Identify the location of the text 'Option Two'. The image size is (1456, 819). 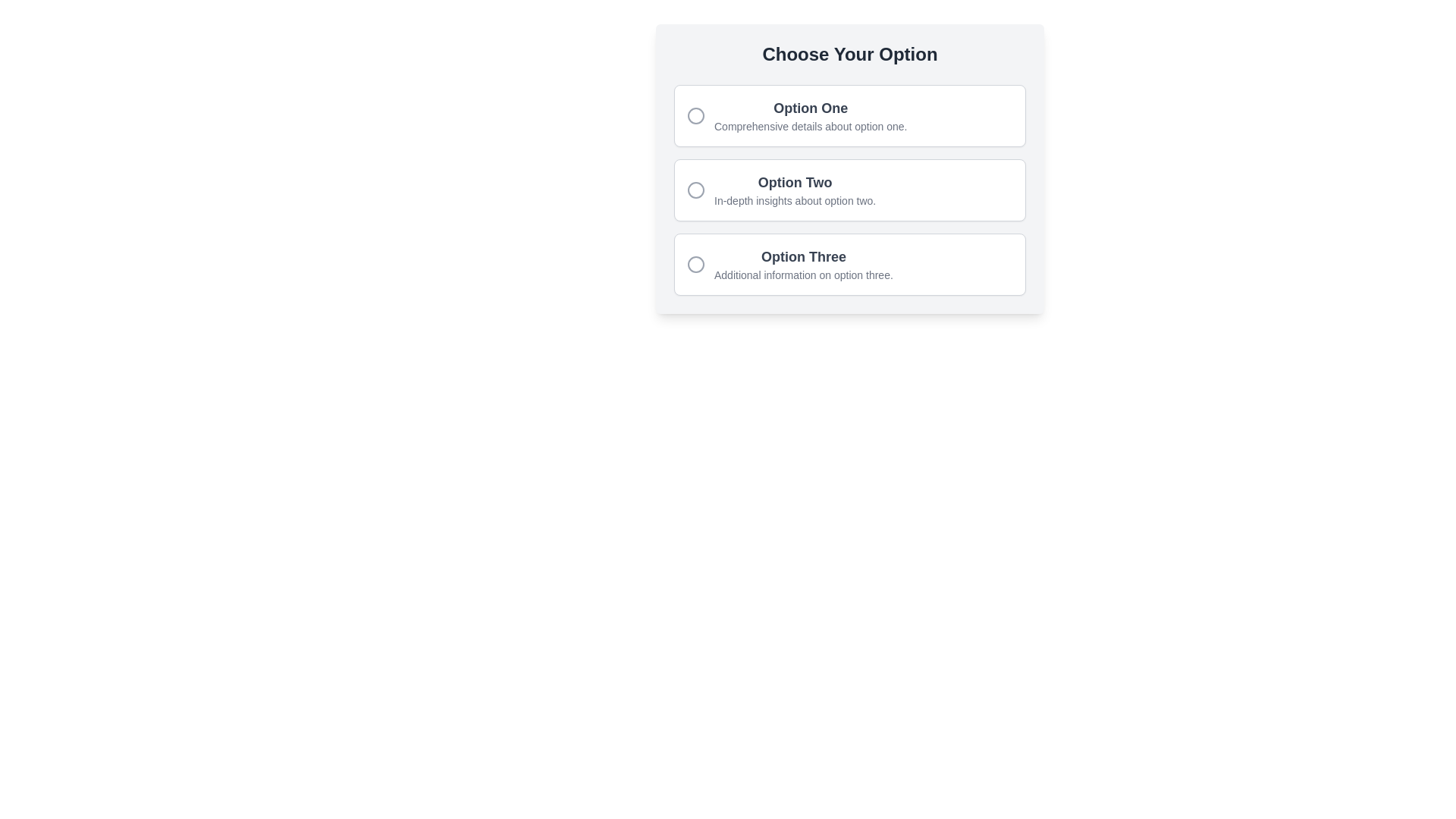
(850, 189).